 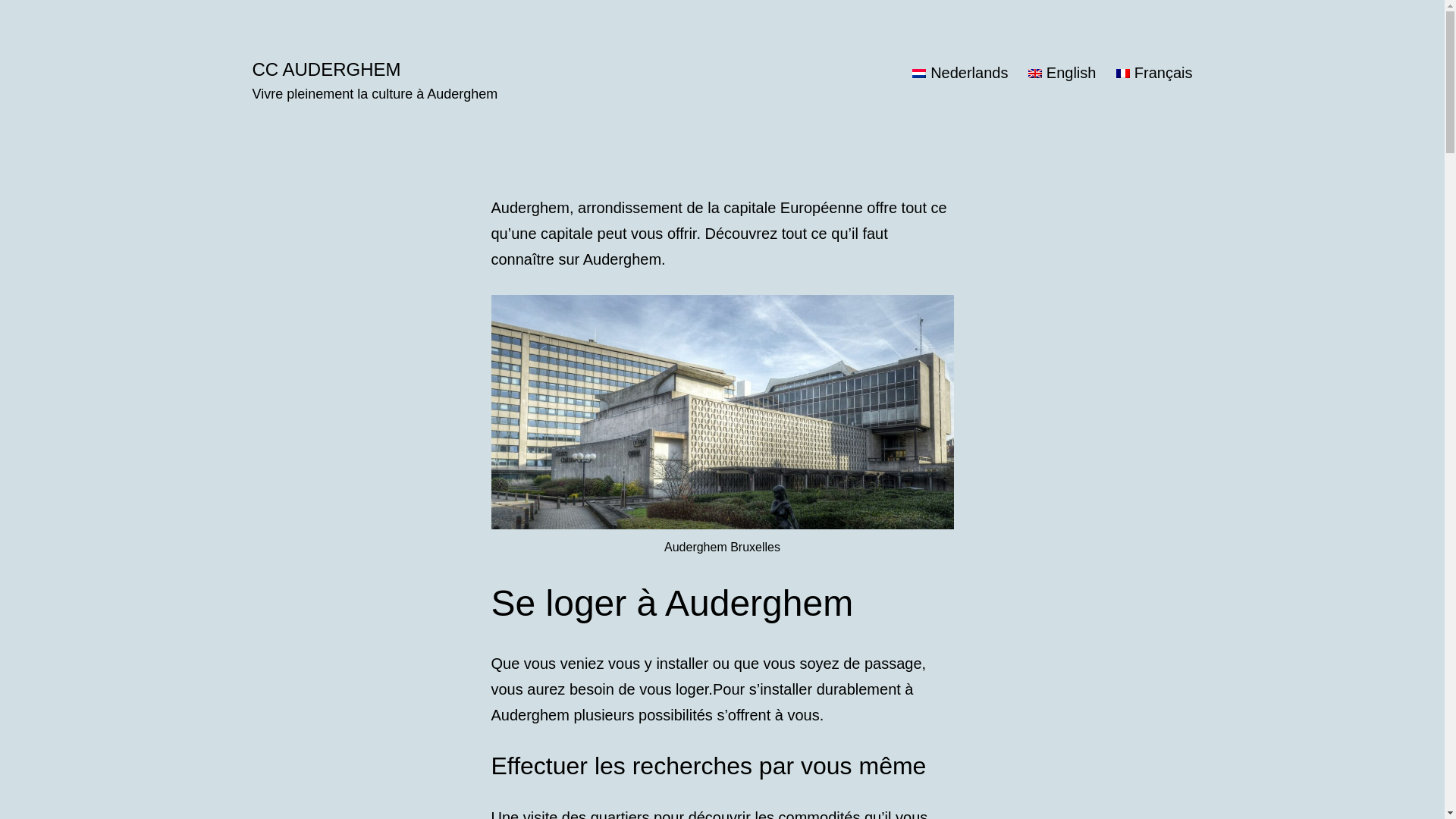 What do you see at coordinates (1018, 73) in the screenshot?
I see `'English'` at bounding box center [1018, 73].